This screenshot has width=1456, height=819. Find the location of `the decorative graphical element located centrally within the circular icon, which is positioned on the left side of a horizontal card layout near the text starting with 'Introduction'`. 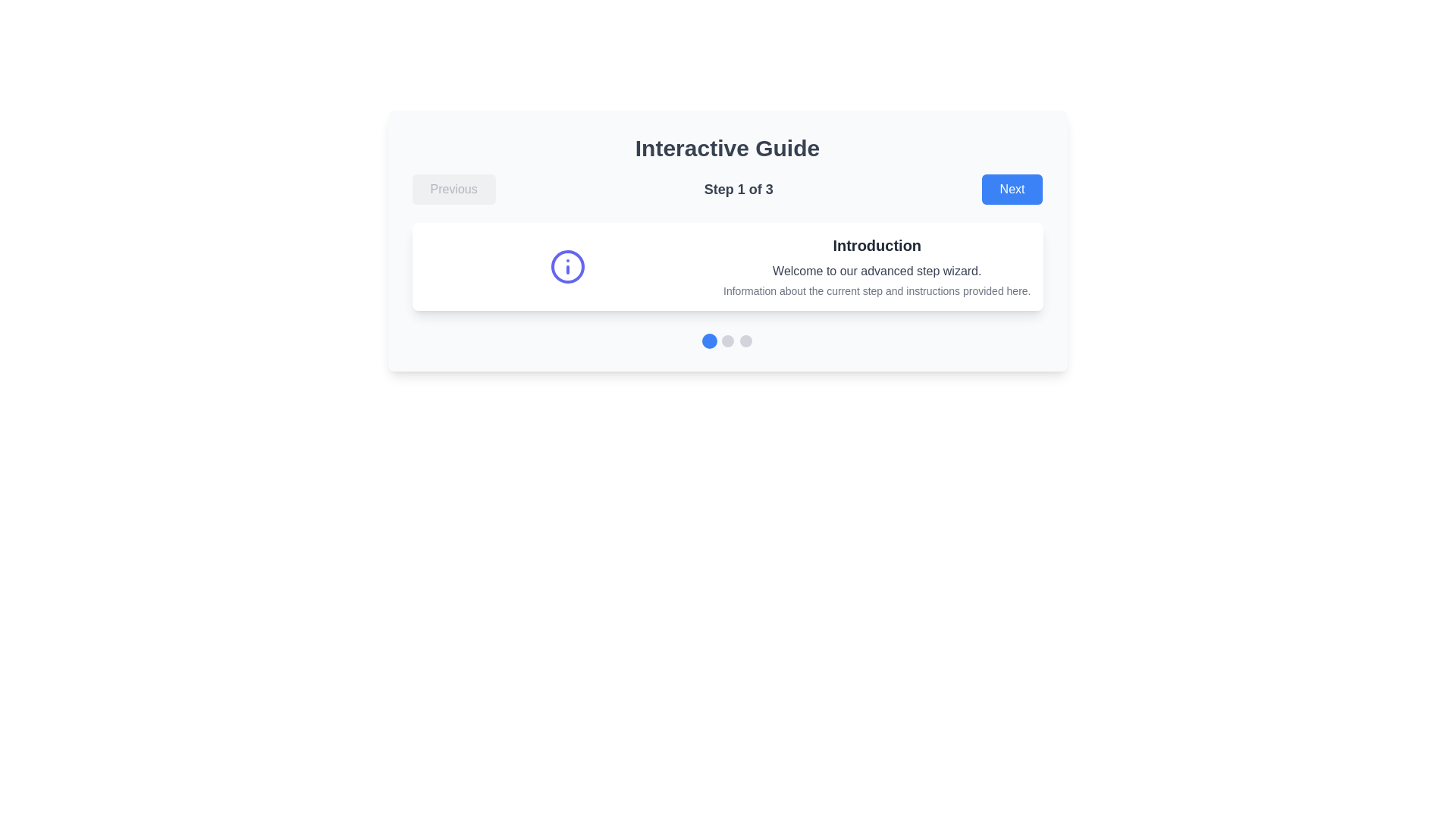

the decorative graphical element located centrally within the circular icon, which is positioned on the left side of a horizontal card layout near the text starting with 'Introduction' is located at coordinates (566, 265).